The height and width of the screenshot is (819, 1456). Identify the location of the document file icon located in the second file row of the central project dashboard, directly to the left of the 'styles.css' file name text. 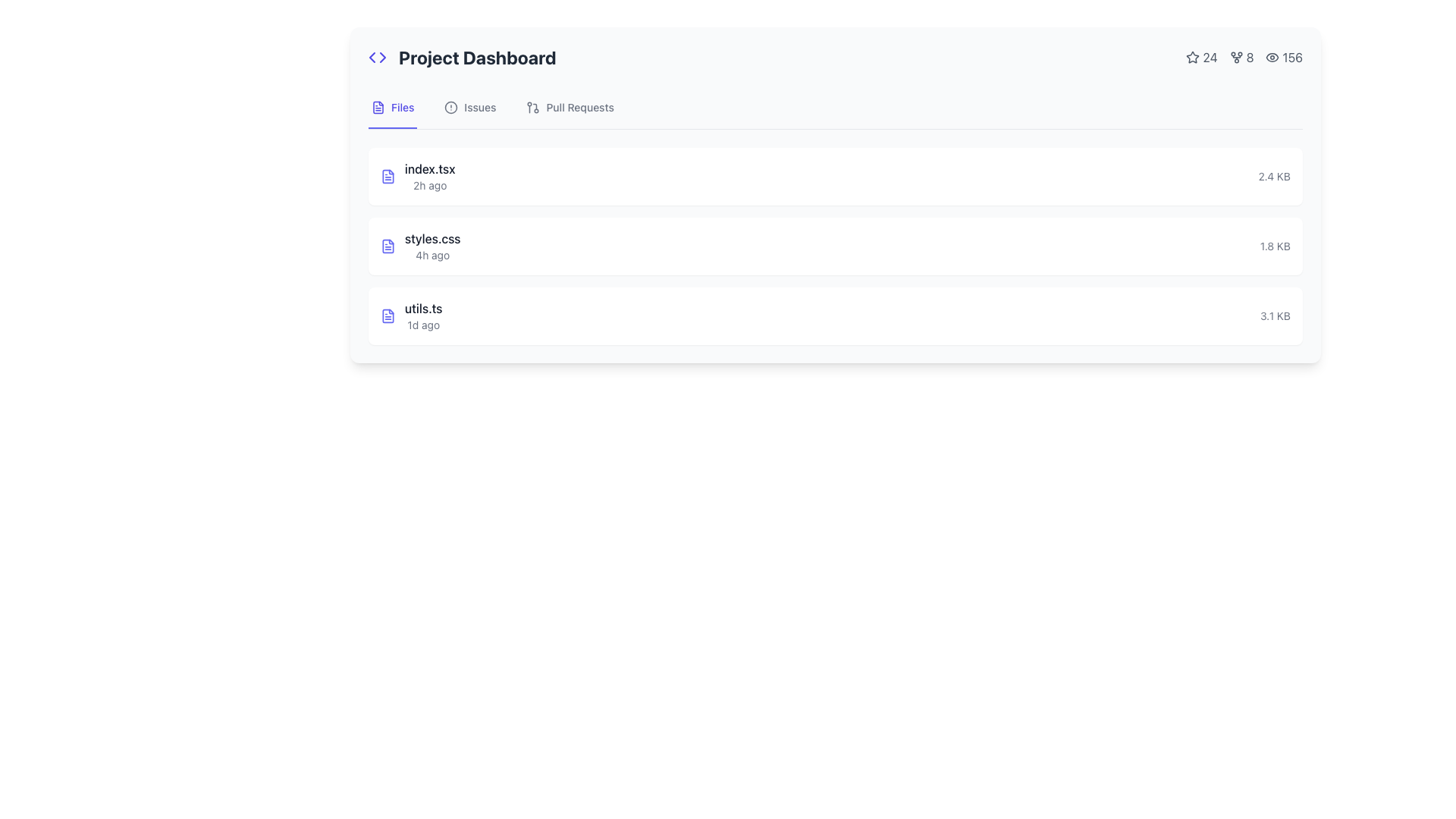
(388, 245).